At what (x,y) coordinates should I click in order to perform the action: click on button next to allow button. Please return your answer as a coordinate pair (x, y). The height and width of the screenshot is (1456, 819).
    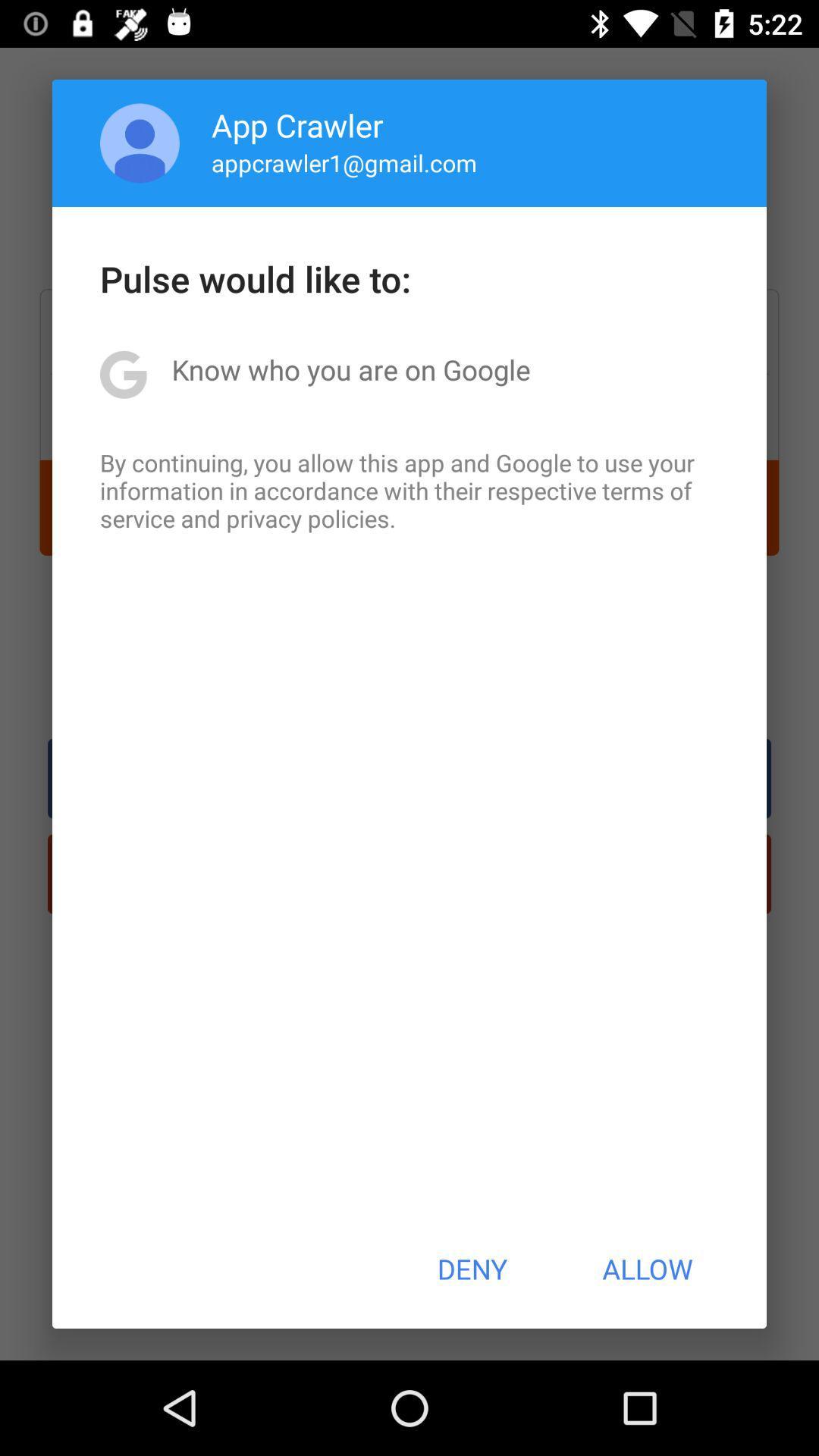
    Looking at the image, I should click on (471, 1269).